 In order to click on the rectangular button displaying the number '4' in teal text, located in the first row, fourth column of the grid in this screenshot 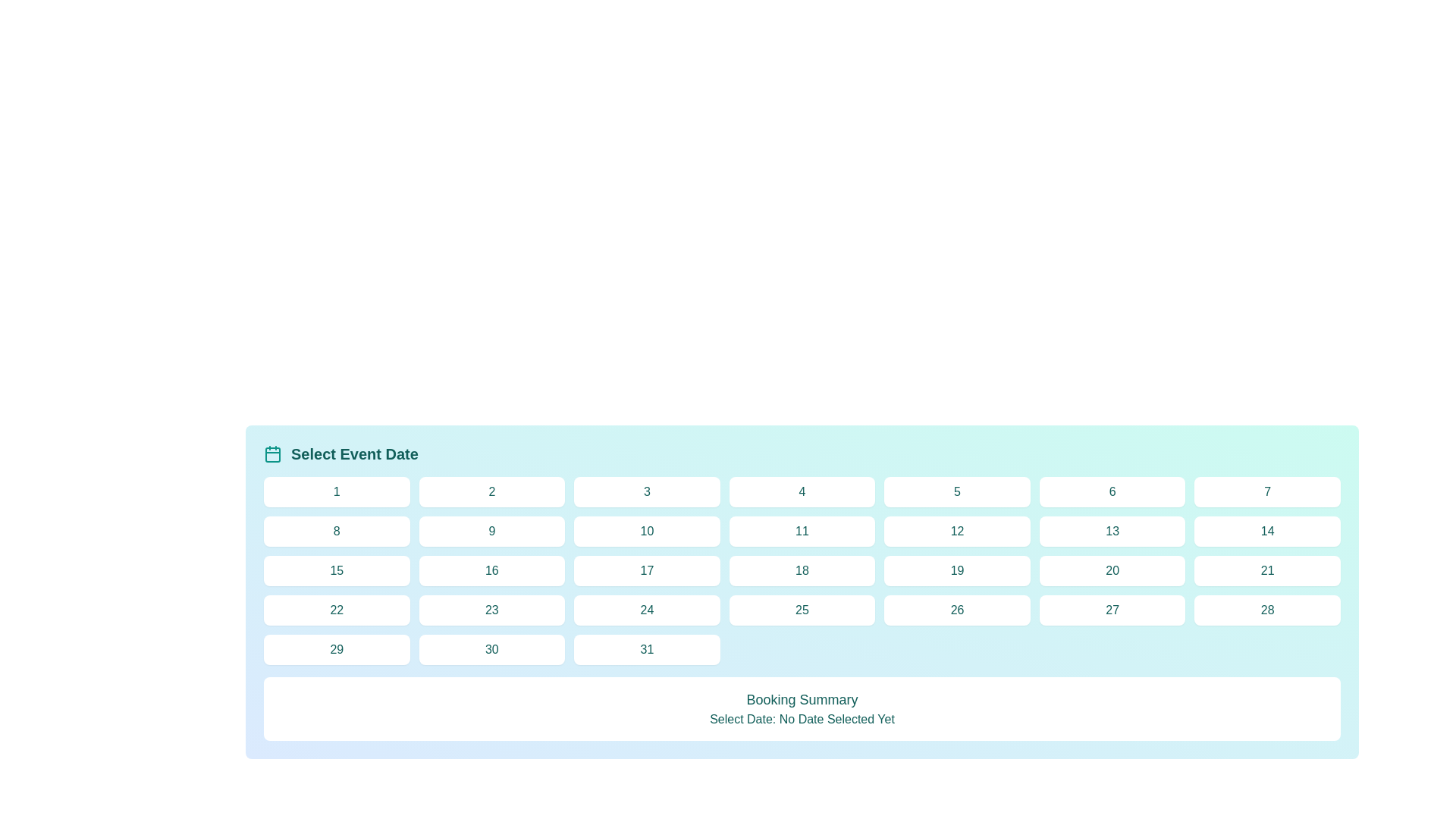, I will do `click(801, 491)`.